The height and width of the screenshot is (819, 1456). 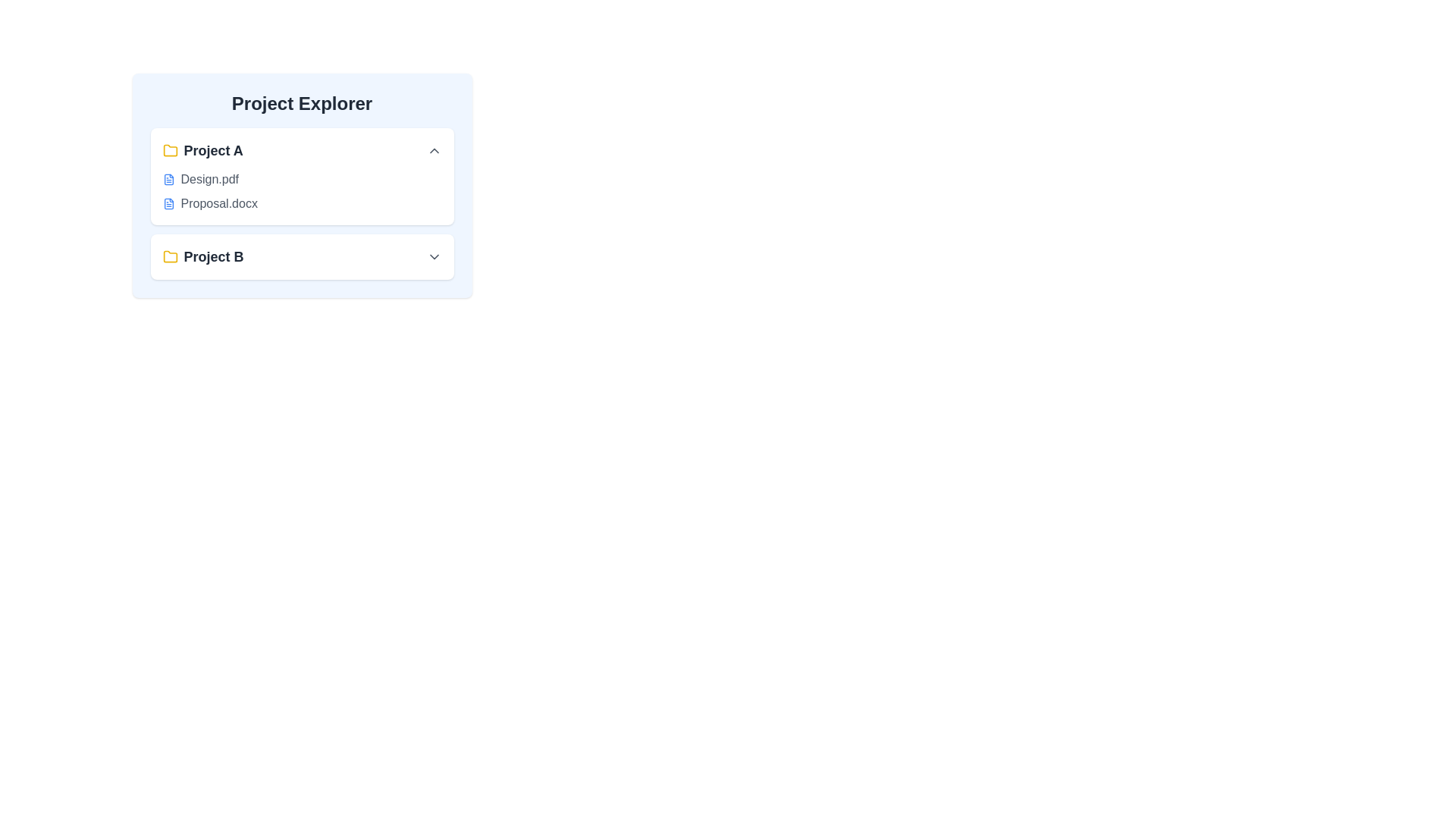 I want to click on toggle button of Project A to expand or collapse it, so click(x=433, y=151).